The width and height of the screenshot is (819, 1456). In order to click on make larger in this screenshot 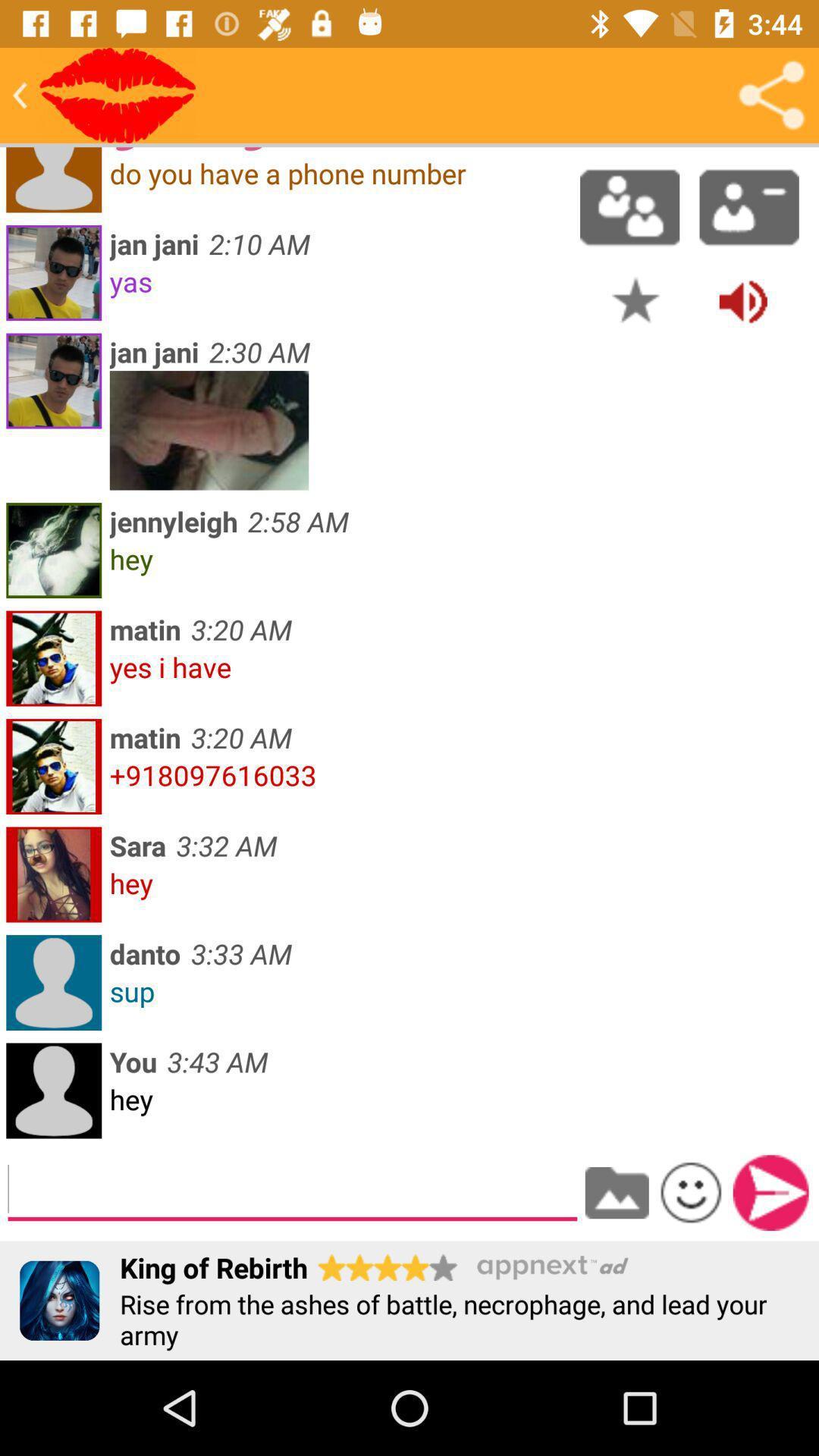, I will do `click(209, 429)`.